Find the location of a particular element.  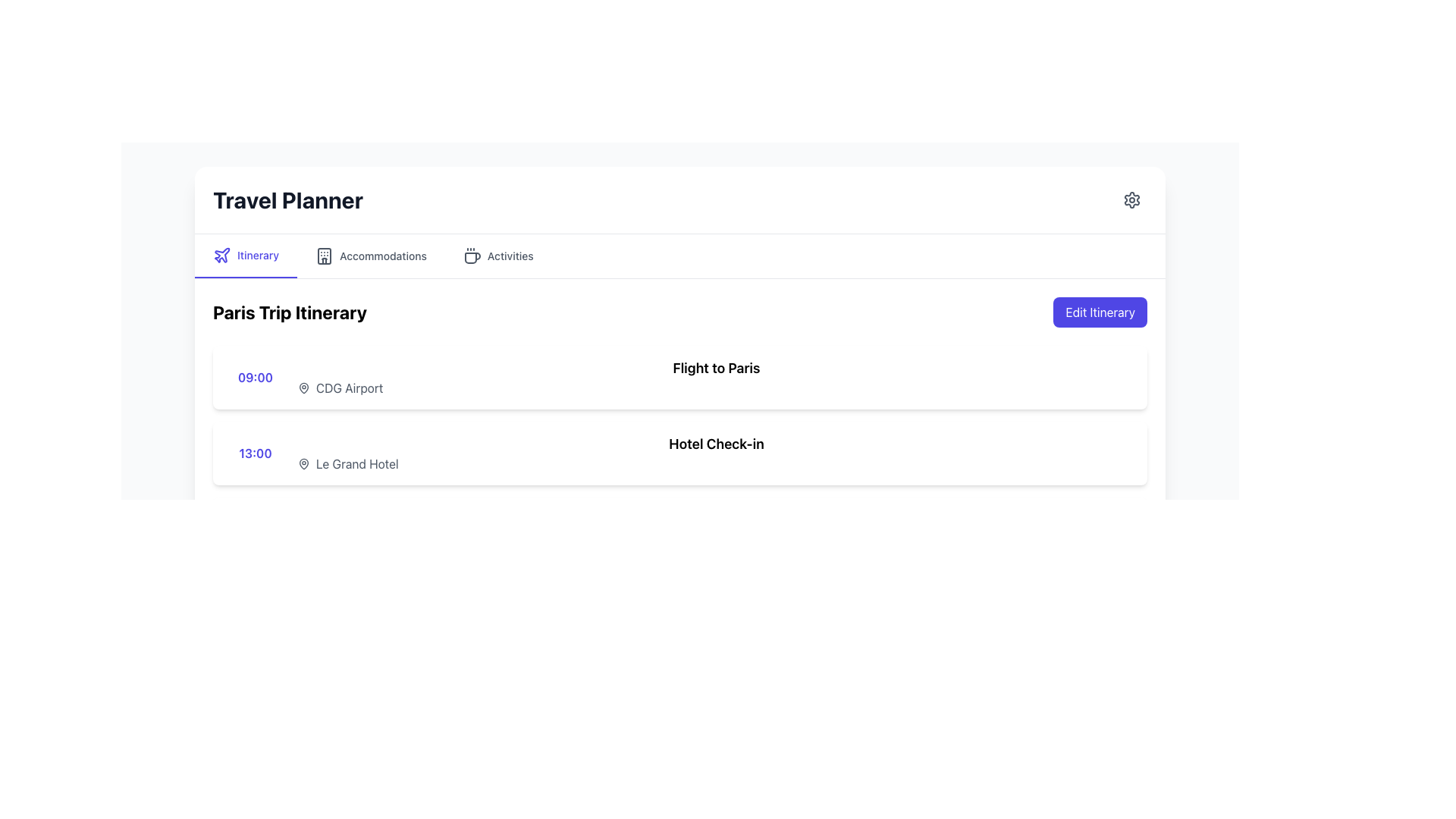

the 'Accommodations' button located in the horizontal navigation bar, positioned between 'Itinerary' and 'Activities' is located at coordinates (371, 256).